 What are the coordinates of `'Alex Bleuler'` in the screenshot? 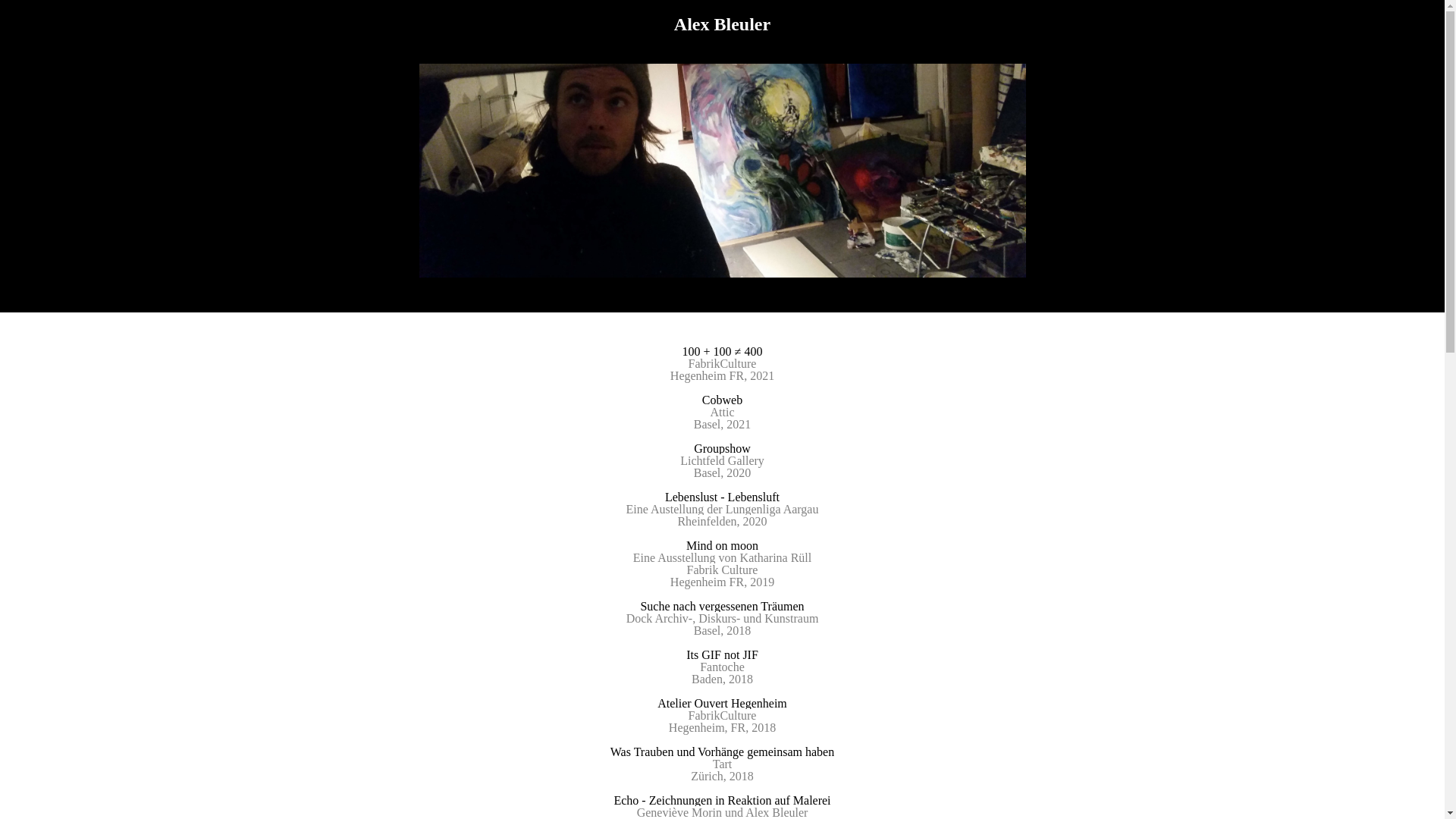 It's located at (721, 24).